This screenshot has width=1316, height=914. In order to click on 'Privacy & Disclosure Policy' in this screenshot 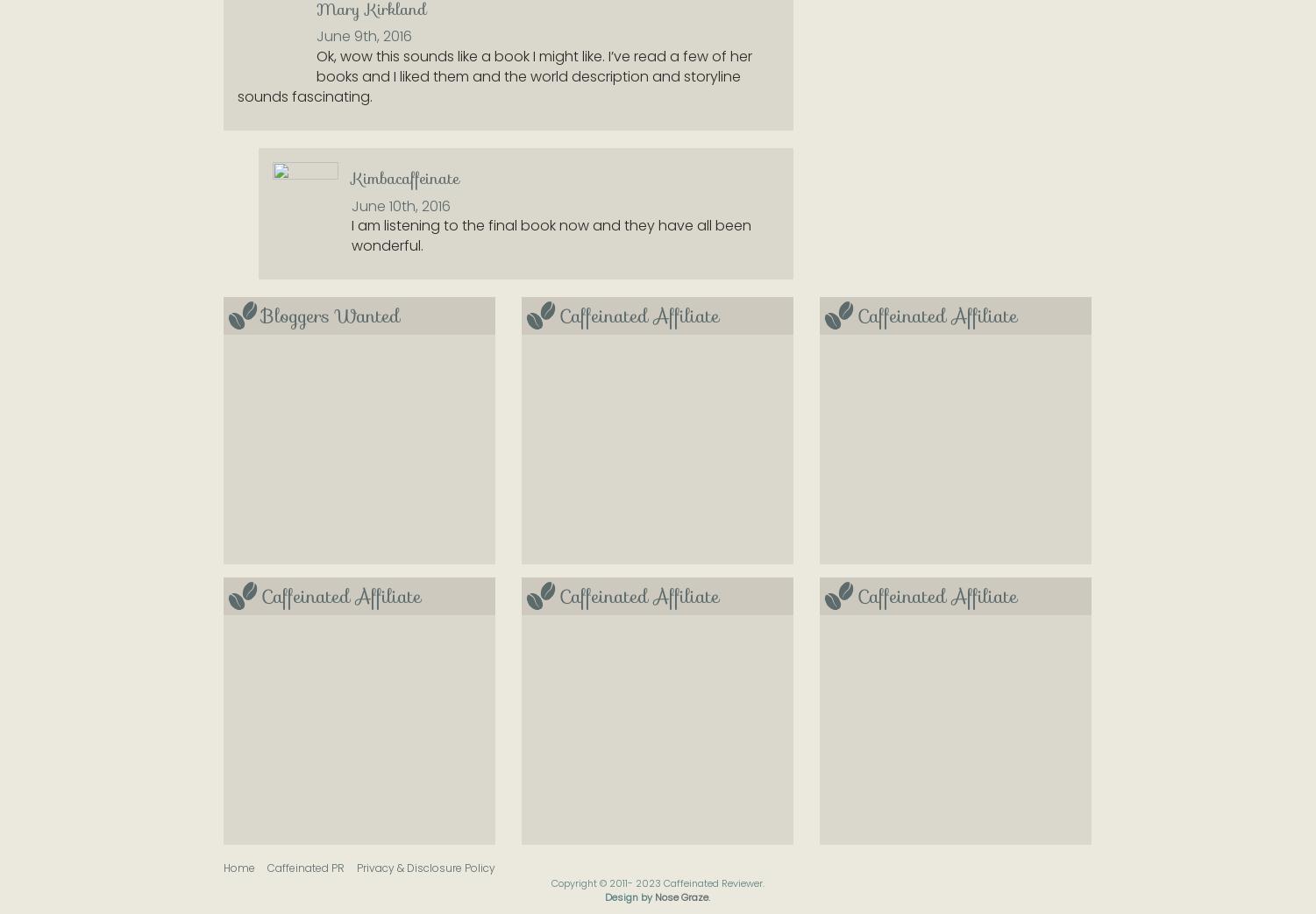, I will do `click(425, 867)`.